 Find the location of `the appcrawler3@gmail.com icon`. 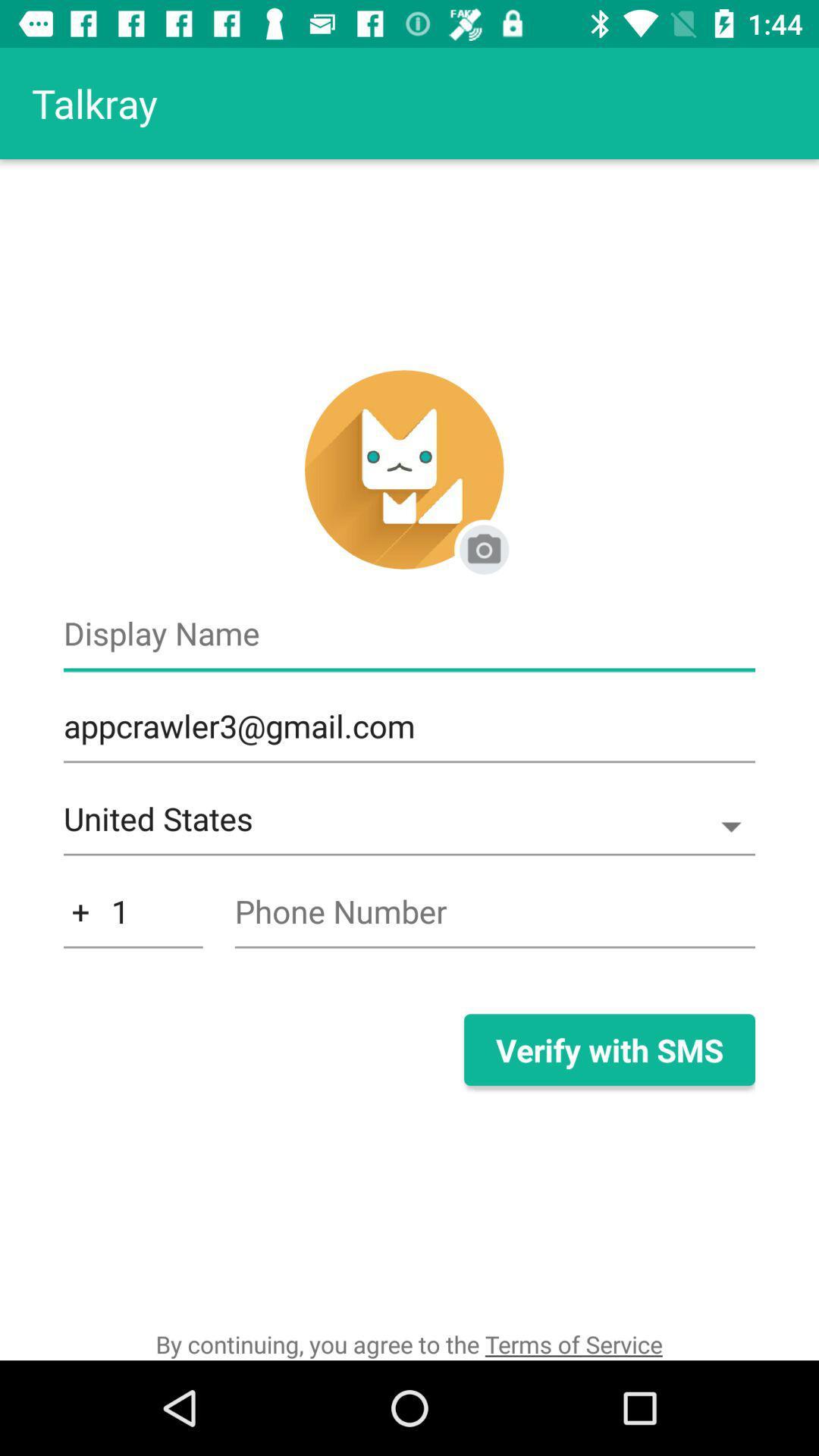

the appcrawler3@gmail.com icon is located at coordinates (409, 734).